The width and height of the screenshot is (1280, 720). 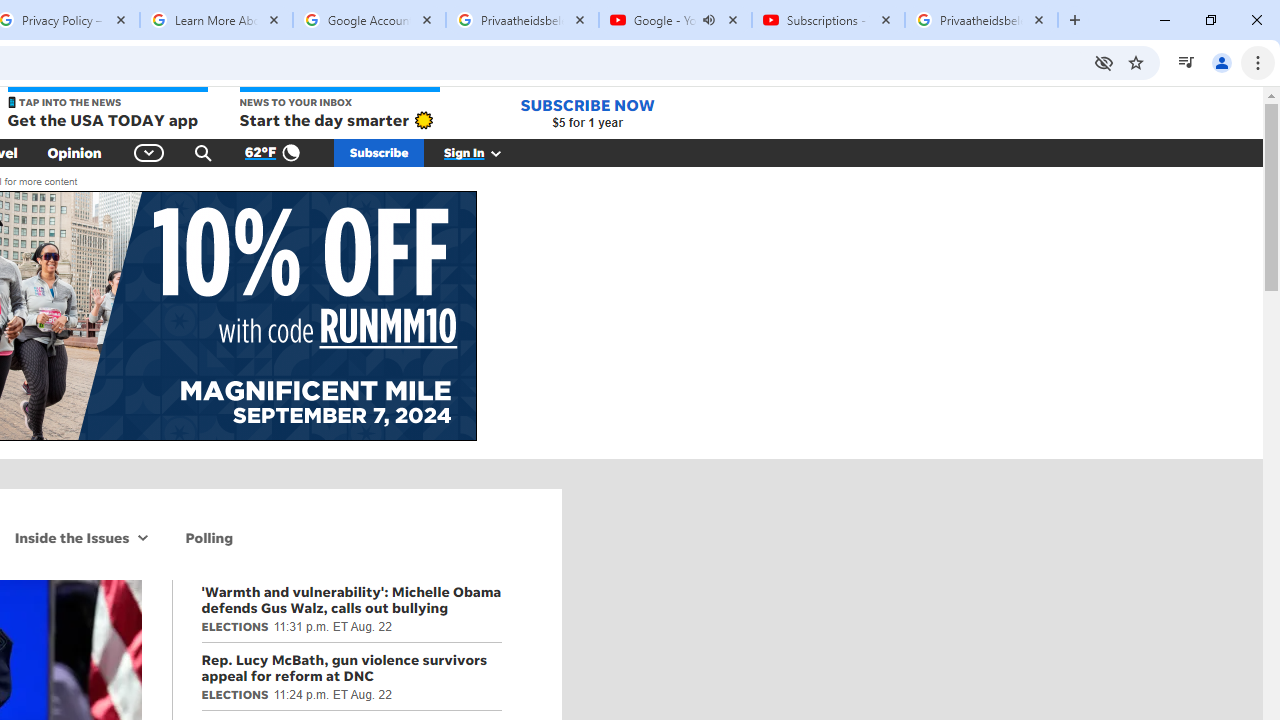 I want to click on 'Polling', so click(x=209, y=536).